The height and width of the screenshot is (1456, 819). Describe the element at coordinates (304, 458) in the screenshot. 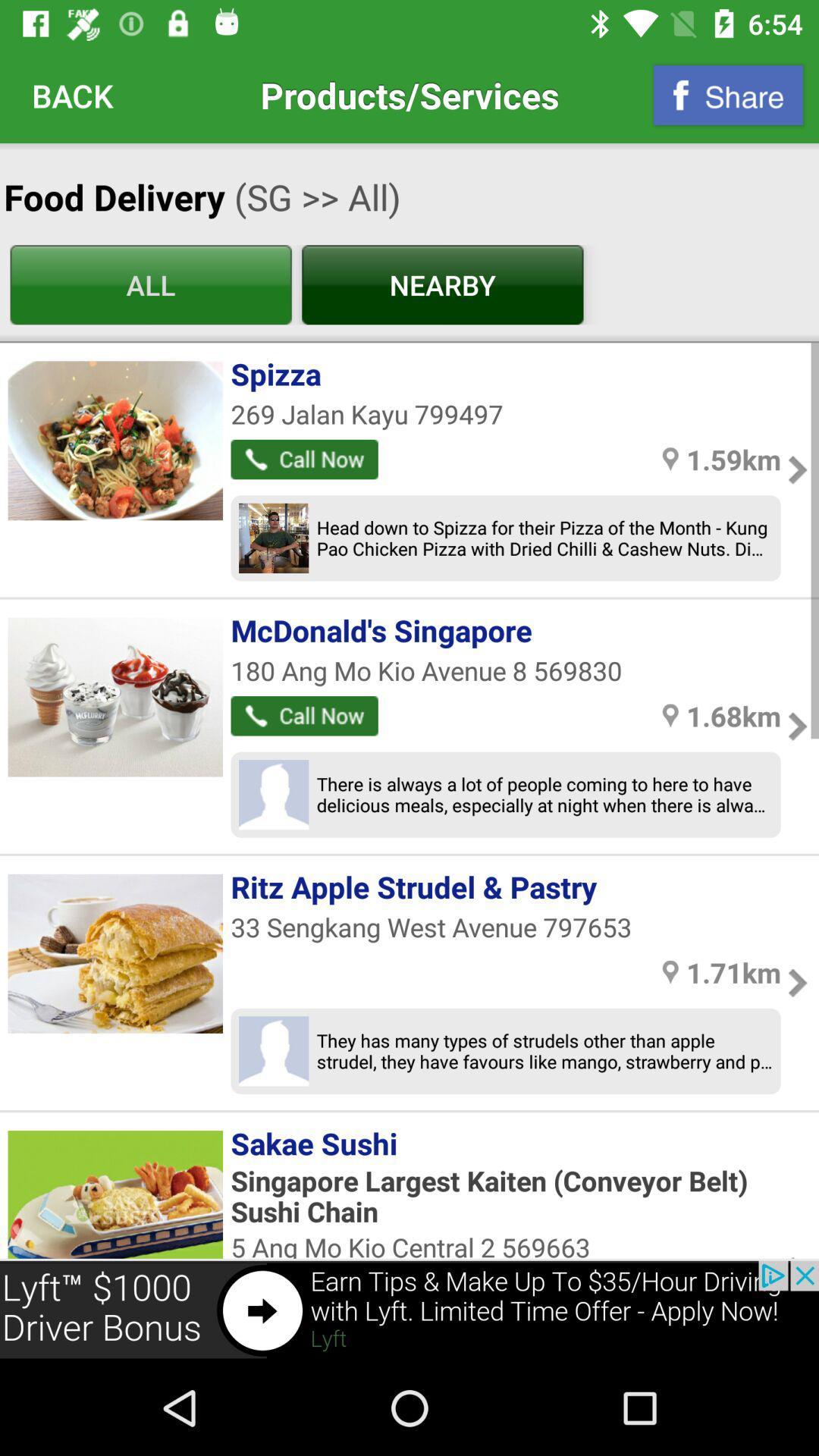

I see `third green button from top` at that location.